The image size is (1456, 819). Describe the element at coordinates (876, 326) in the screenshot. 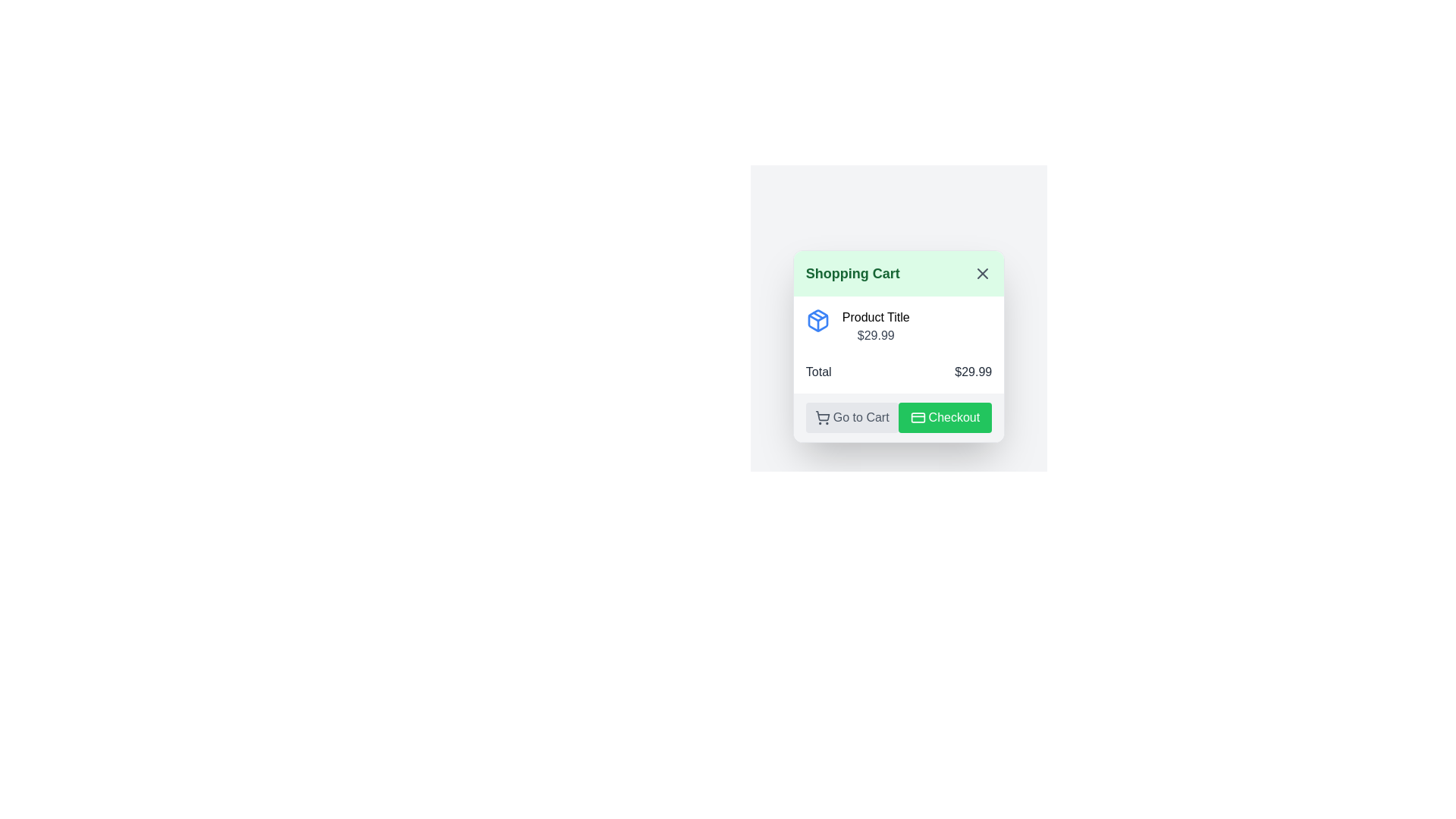

I see `the Text Display element that presents the name and price of a product in the shopping cart interface, located to the right of a blue product icon and above the total price information` at that location.